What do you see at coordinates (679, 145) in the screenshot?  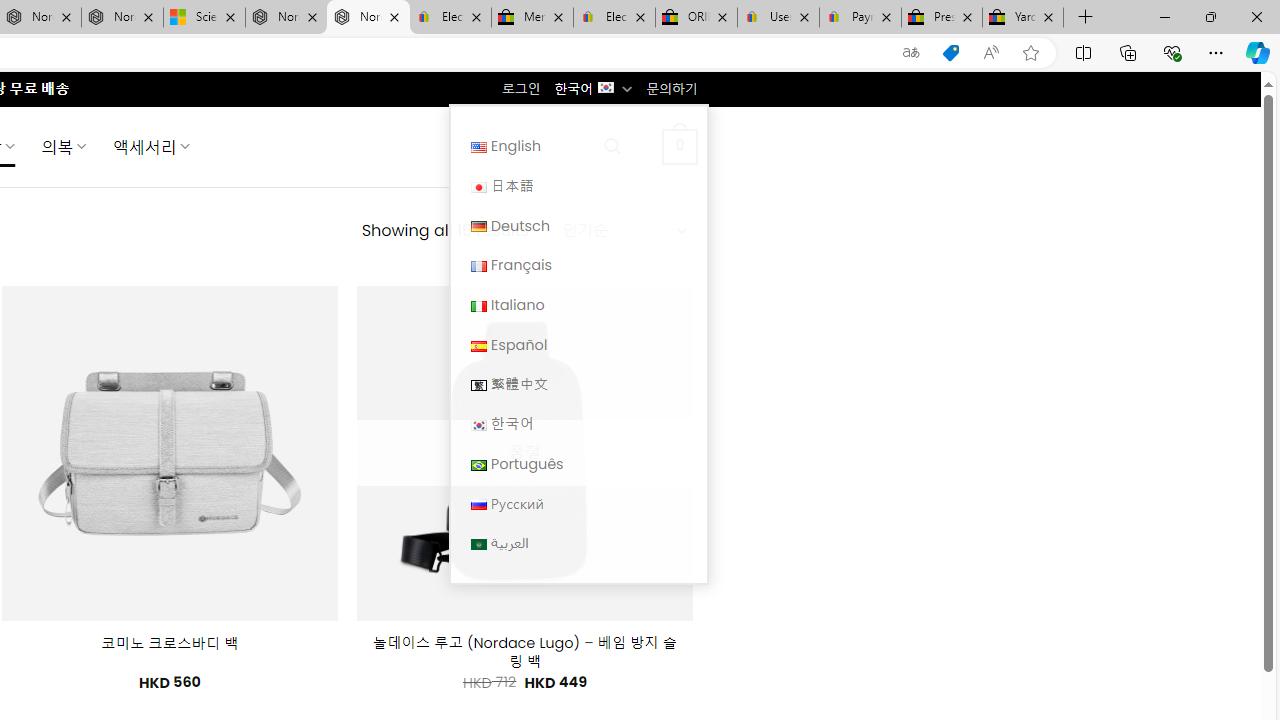 I see `' 0 '` at bounding box center [679, 145].